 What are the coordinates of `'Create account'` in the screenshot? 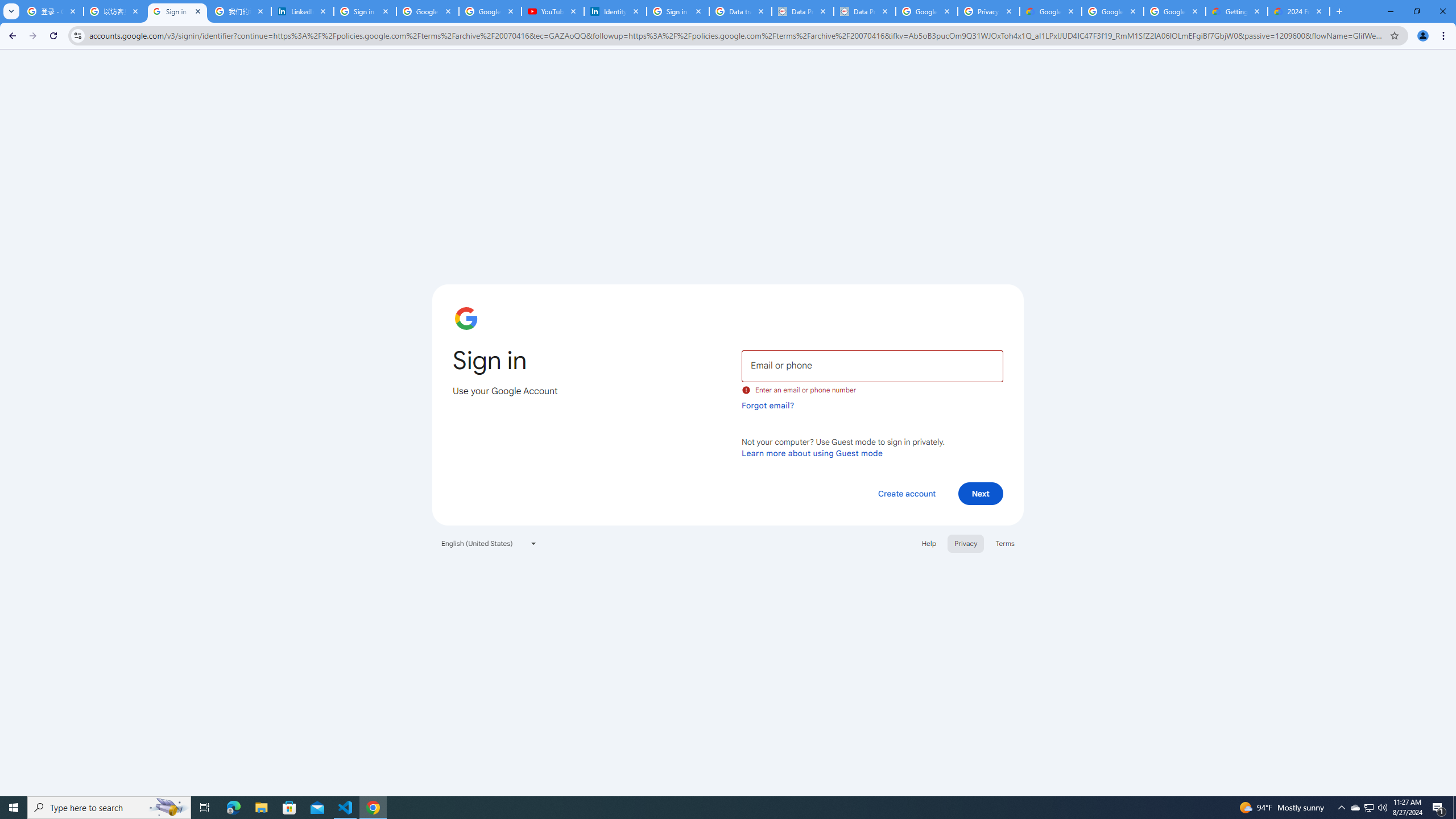 It's located at (906, 493).